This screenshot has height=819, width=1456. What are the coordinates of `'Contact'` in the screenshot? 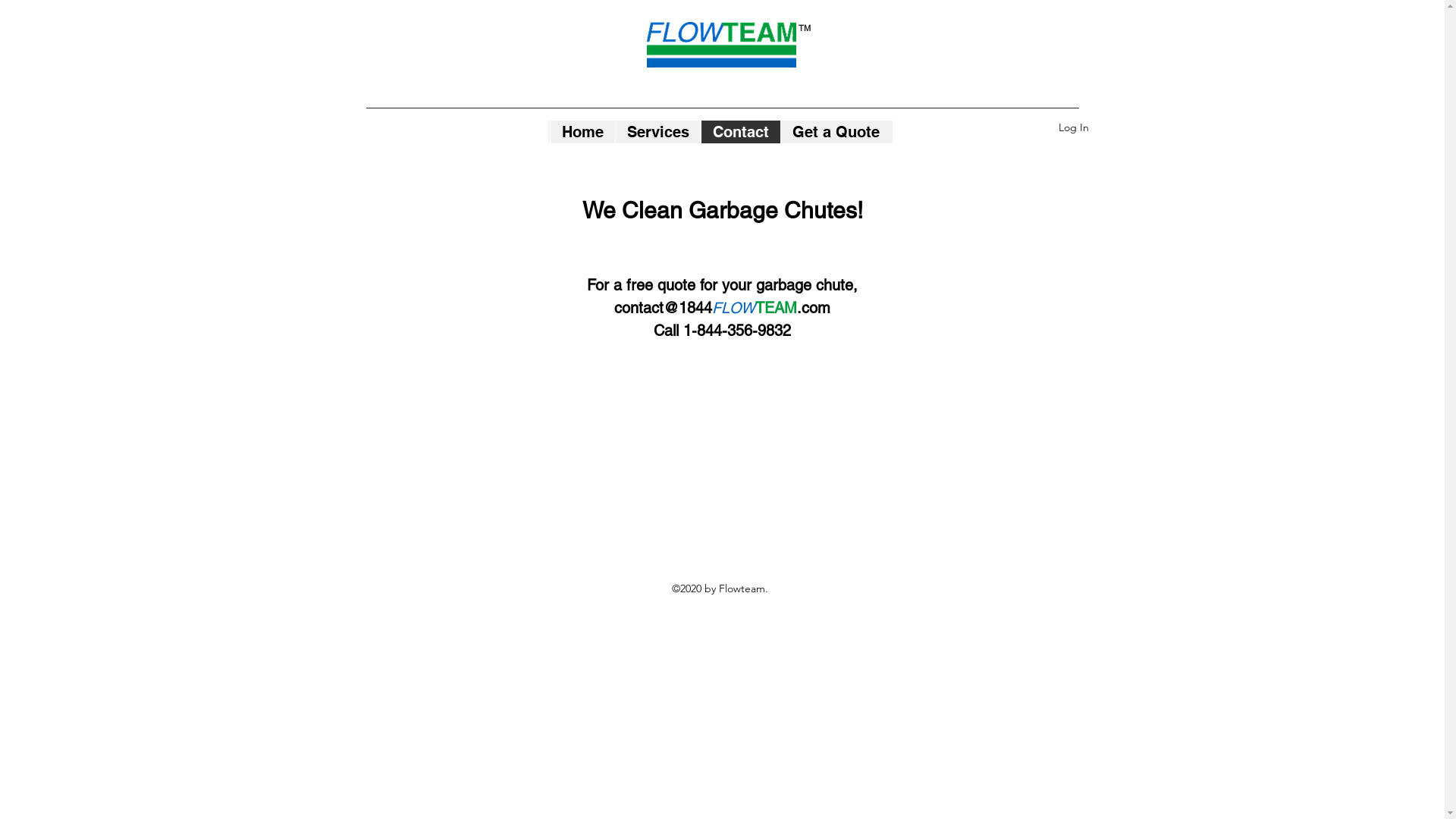 It's located at (740, 130).